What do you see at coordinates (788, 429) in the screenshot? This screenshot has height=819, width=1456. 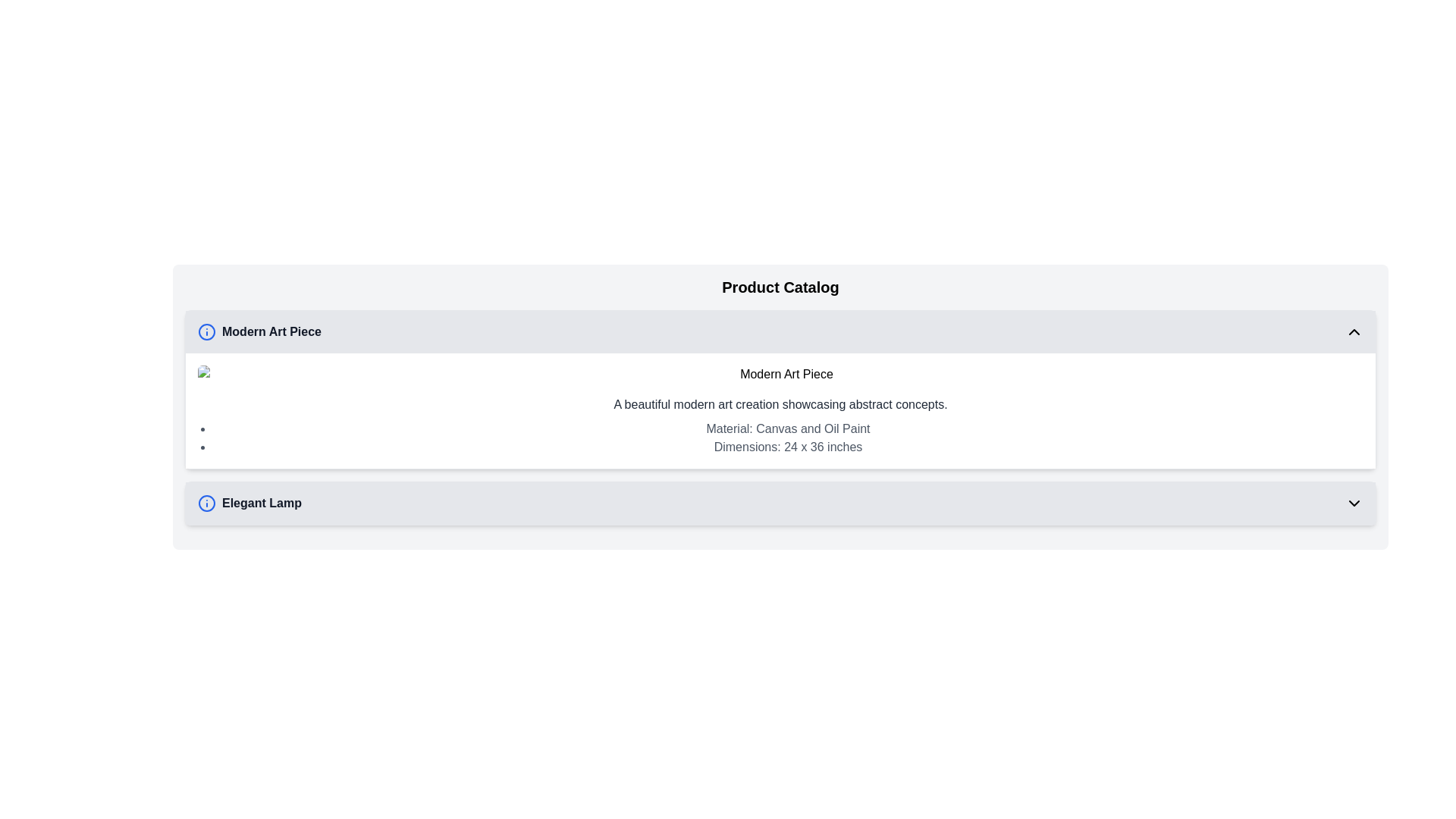 I see `the static informational text that describes the material composition of the 'Modern Art Piece', which is located above the dimensions text block` at bounding box center [788, 429].